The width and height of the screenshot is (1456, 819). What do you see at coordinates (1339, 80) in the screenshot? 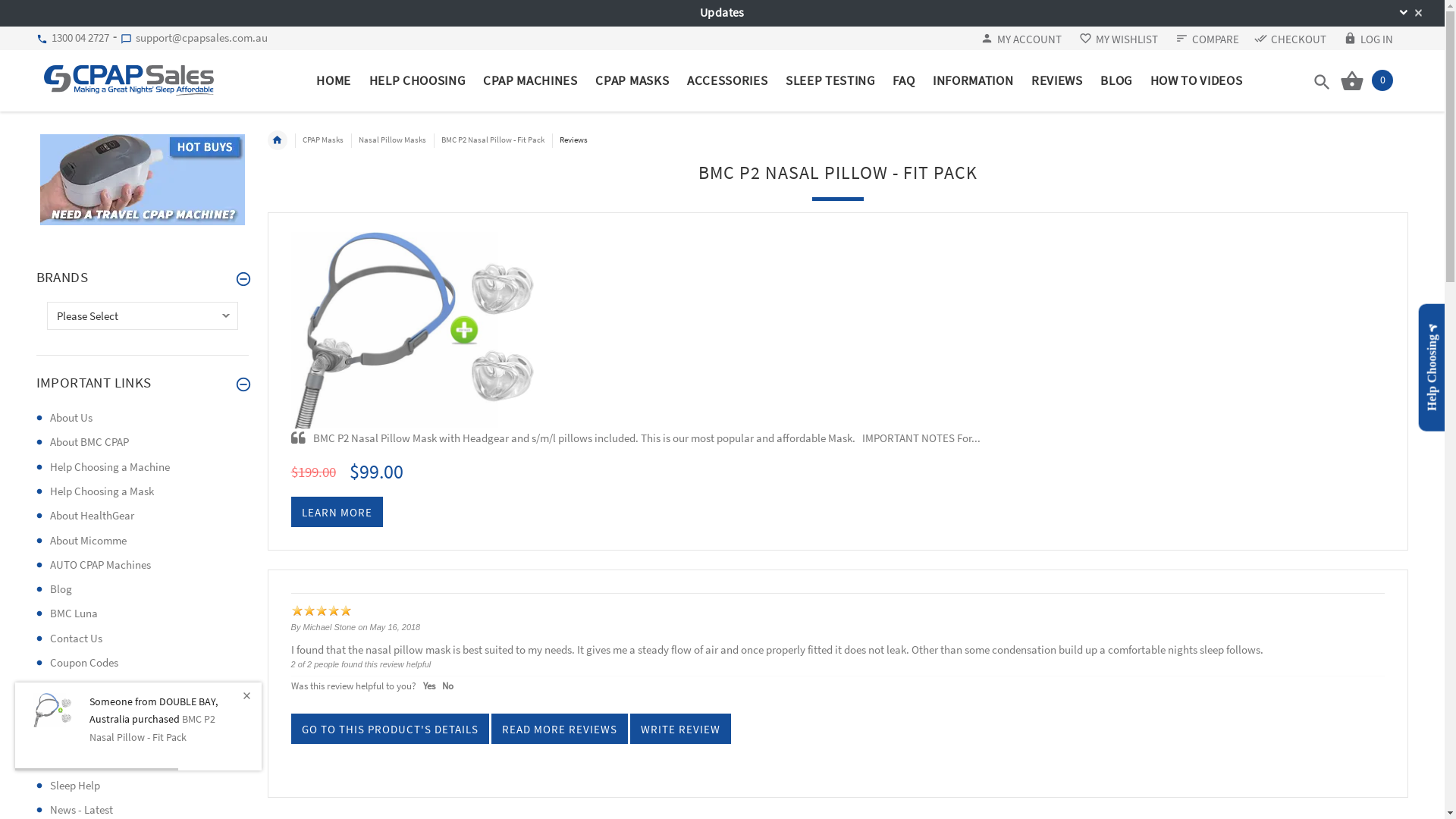
I see `'0'` at bounding box center [1339, 80].